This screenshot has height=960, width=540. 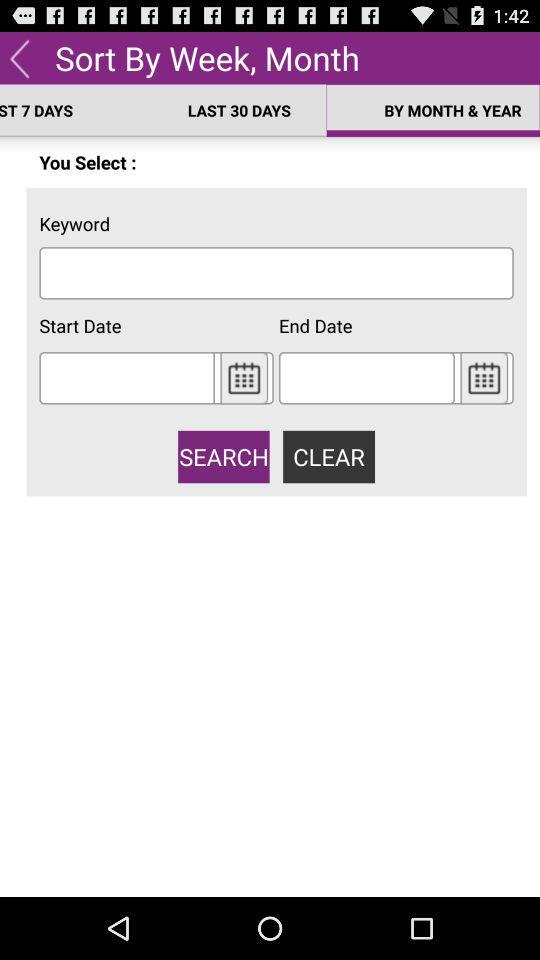 I want to click on button to the right of the search, so click(x=329, y=456).